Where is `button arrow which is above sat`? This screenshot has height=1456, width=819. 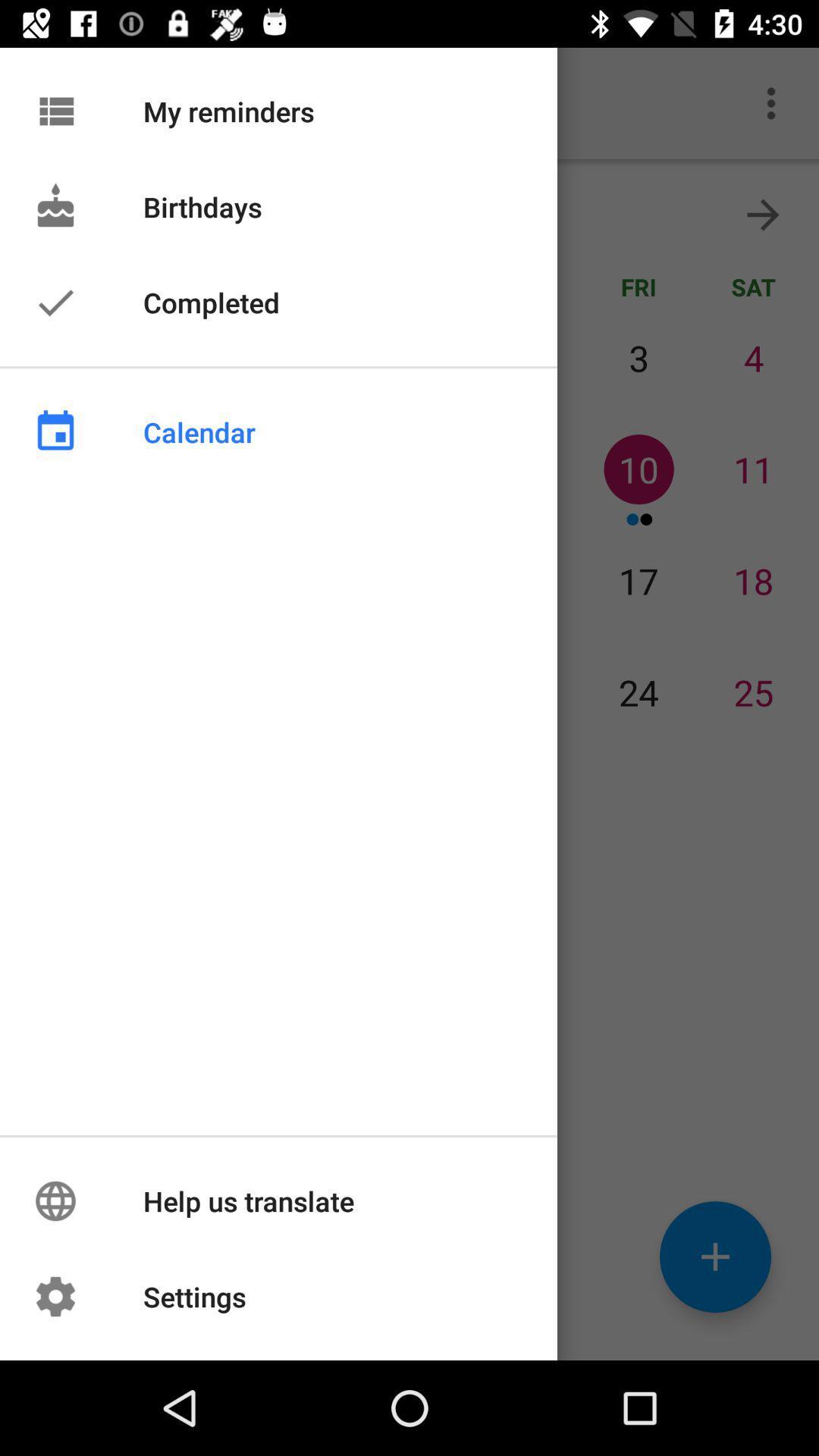
button arrow which is above sat is located at coordinates (763, 214).